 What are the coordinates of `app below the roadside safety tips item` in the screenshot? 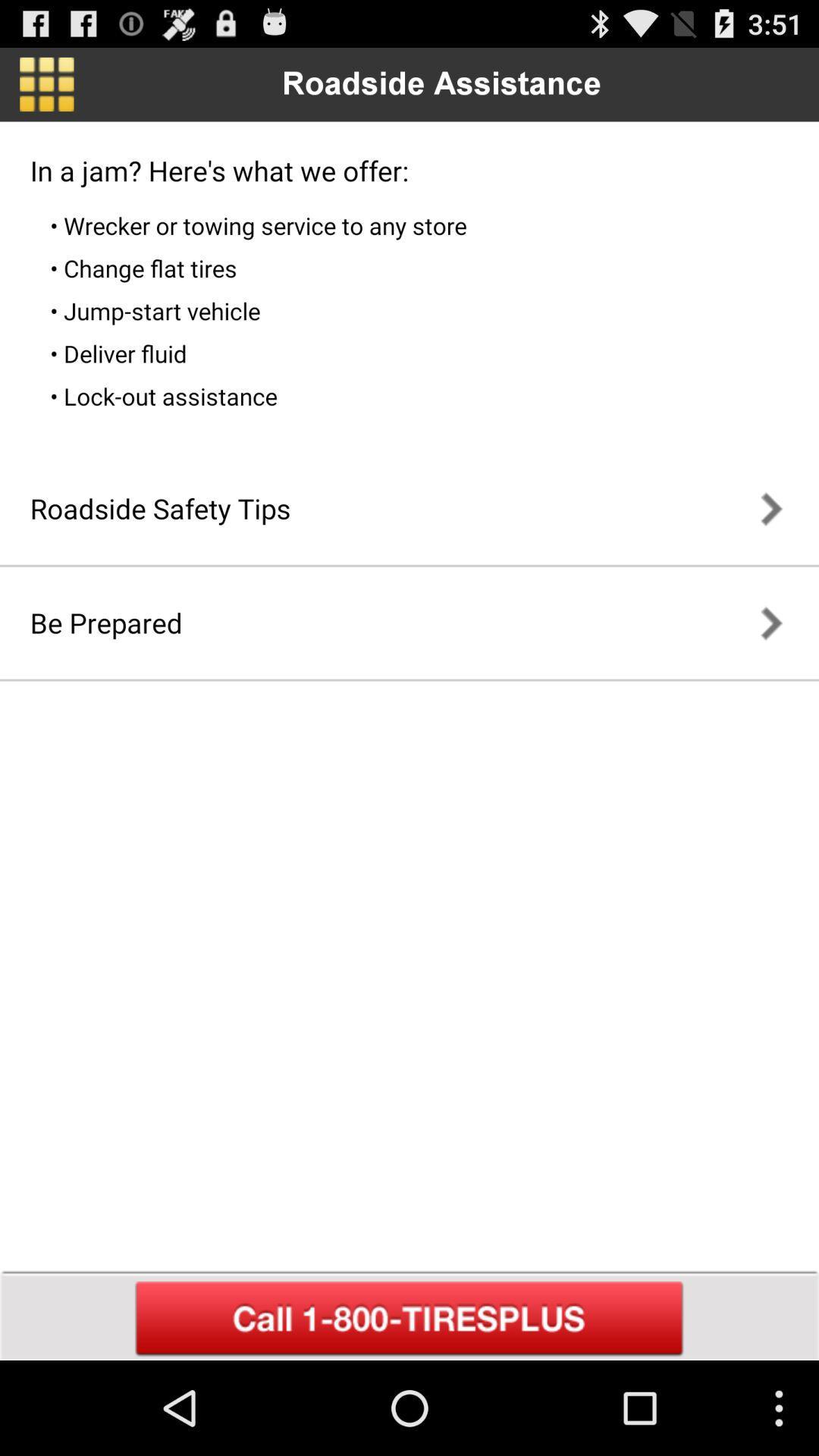 It's located at (105, 623).